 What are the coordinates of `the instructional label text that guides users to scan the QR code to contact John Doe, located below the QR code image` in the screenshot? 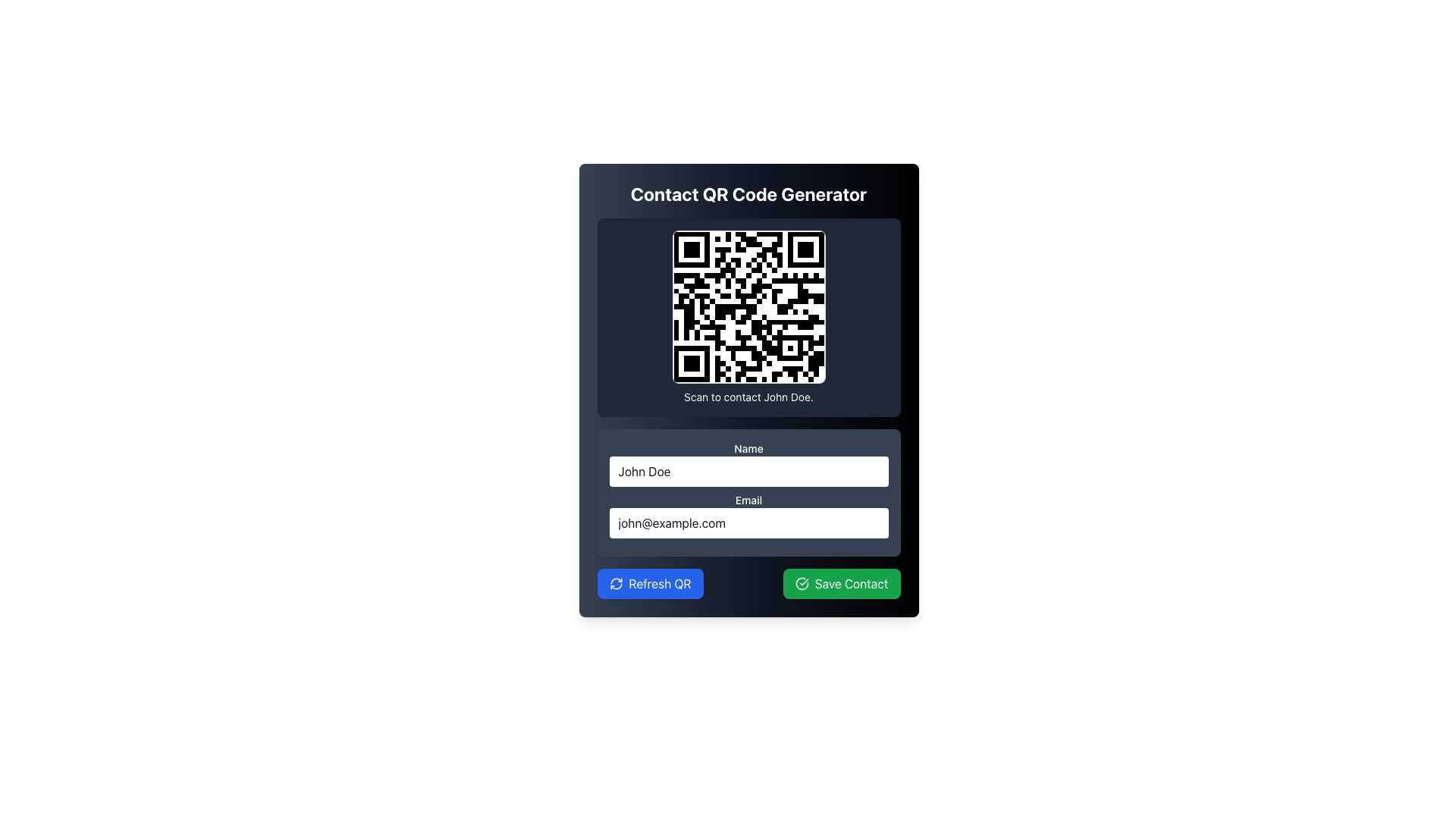 It's located at (748, 397).